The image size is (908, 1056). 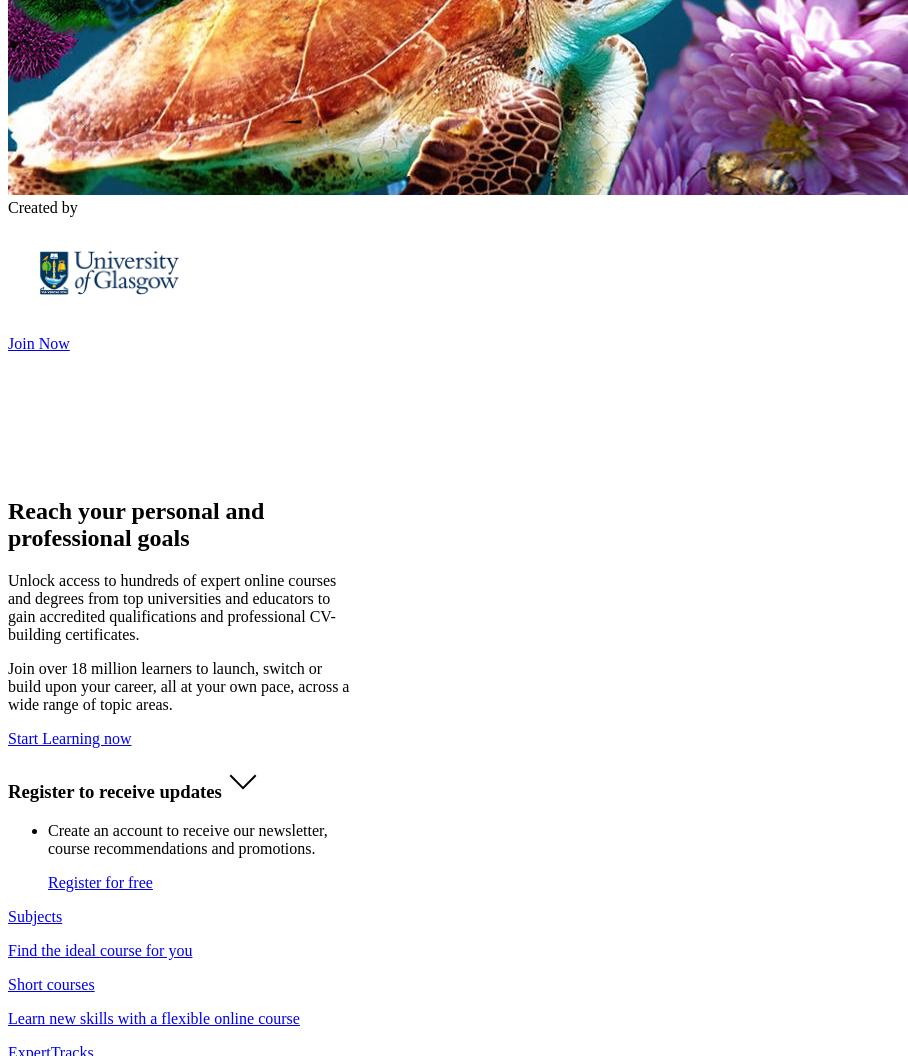 What do you see at coordinates (6, 1017) in the screenshot?
I see `'Learn new skills with a flexible online course'` at bounding box center [6, 1017].